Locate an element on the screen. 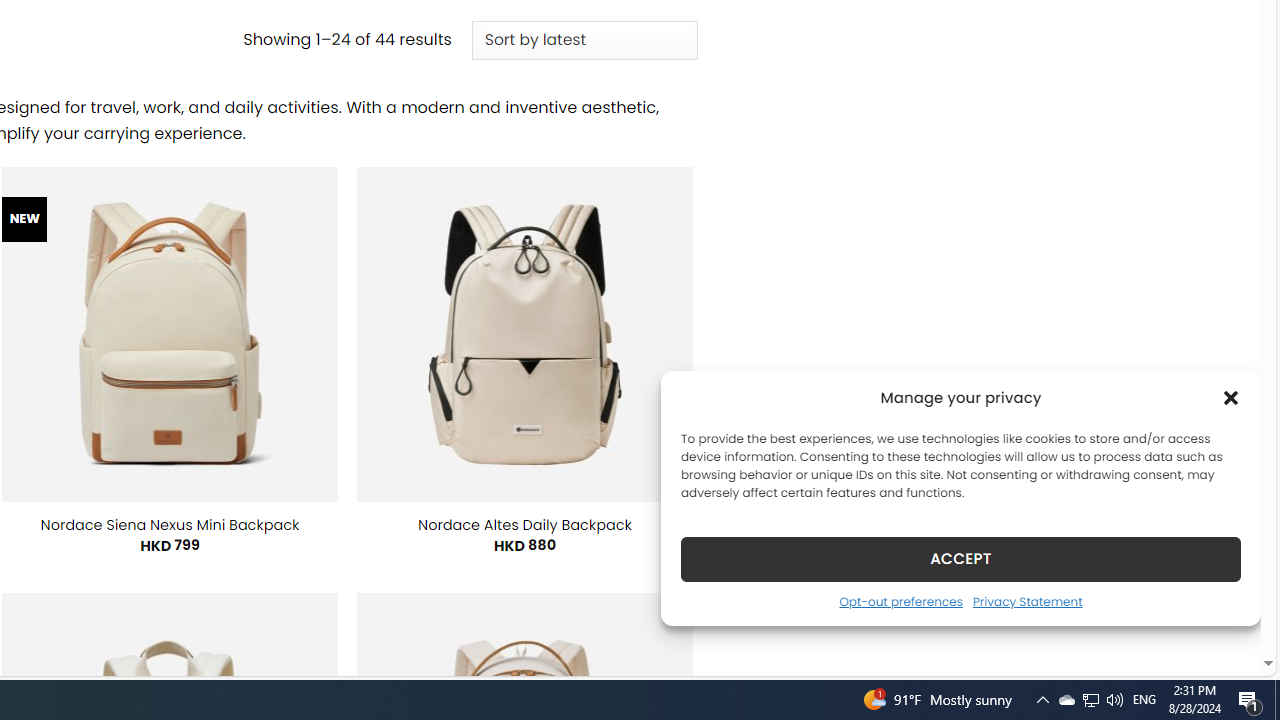  'Shop order' is located at coordinates (583, 41).